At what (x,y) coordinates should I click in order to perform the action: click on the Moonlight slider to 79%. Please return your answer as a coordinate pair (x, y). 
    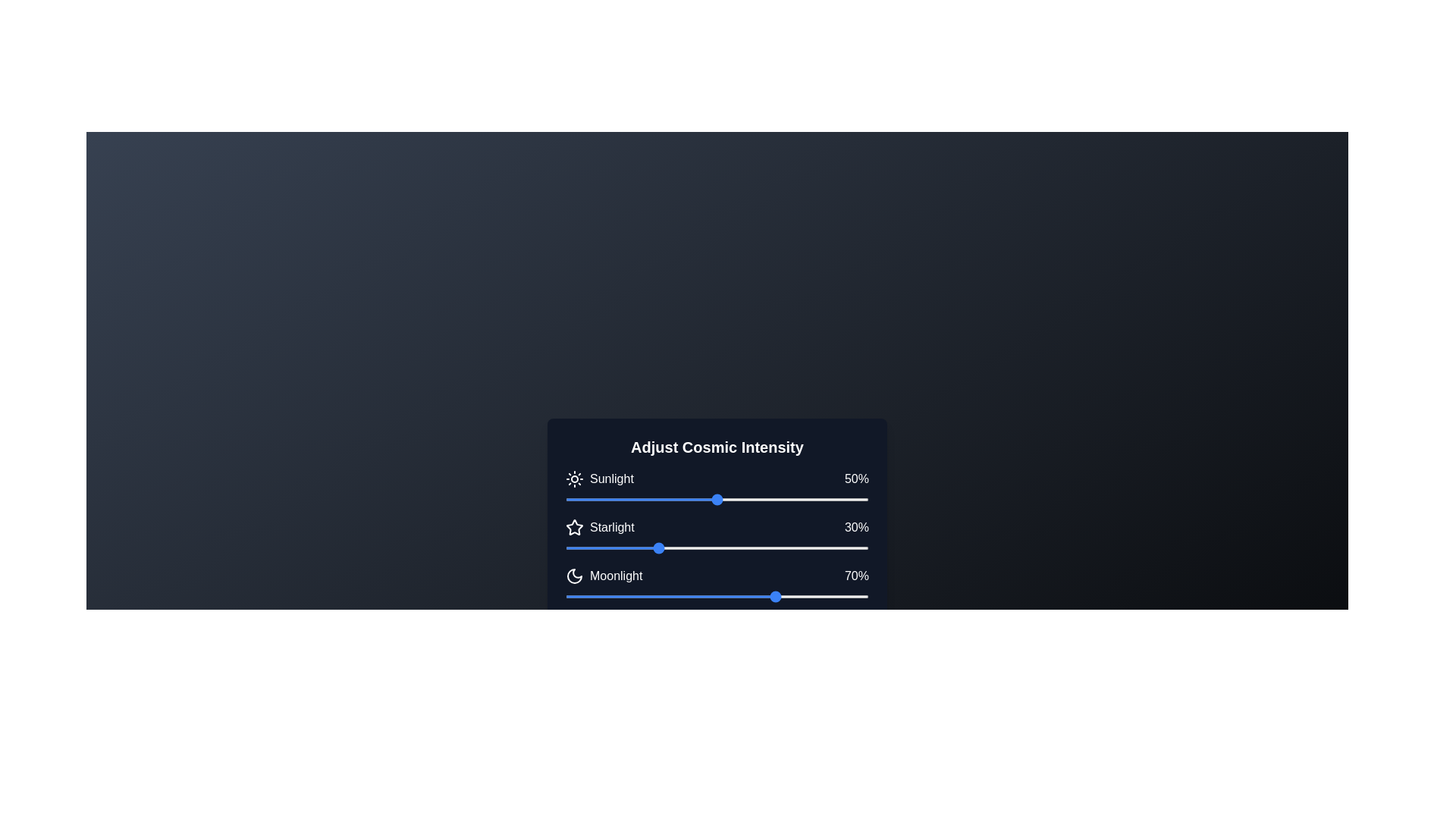
    Looking at the image, I should click on (804, 595).